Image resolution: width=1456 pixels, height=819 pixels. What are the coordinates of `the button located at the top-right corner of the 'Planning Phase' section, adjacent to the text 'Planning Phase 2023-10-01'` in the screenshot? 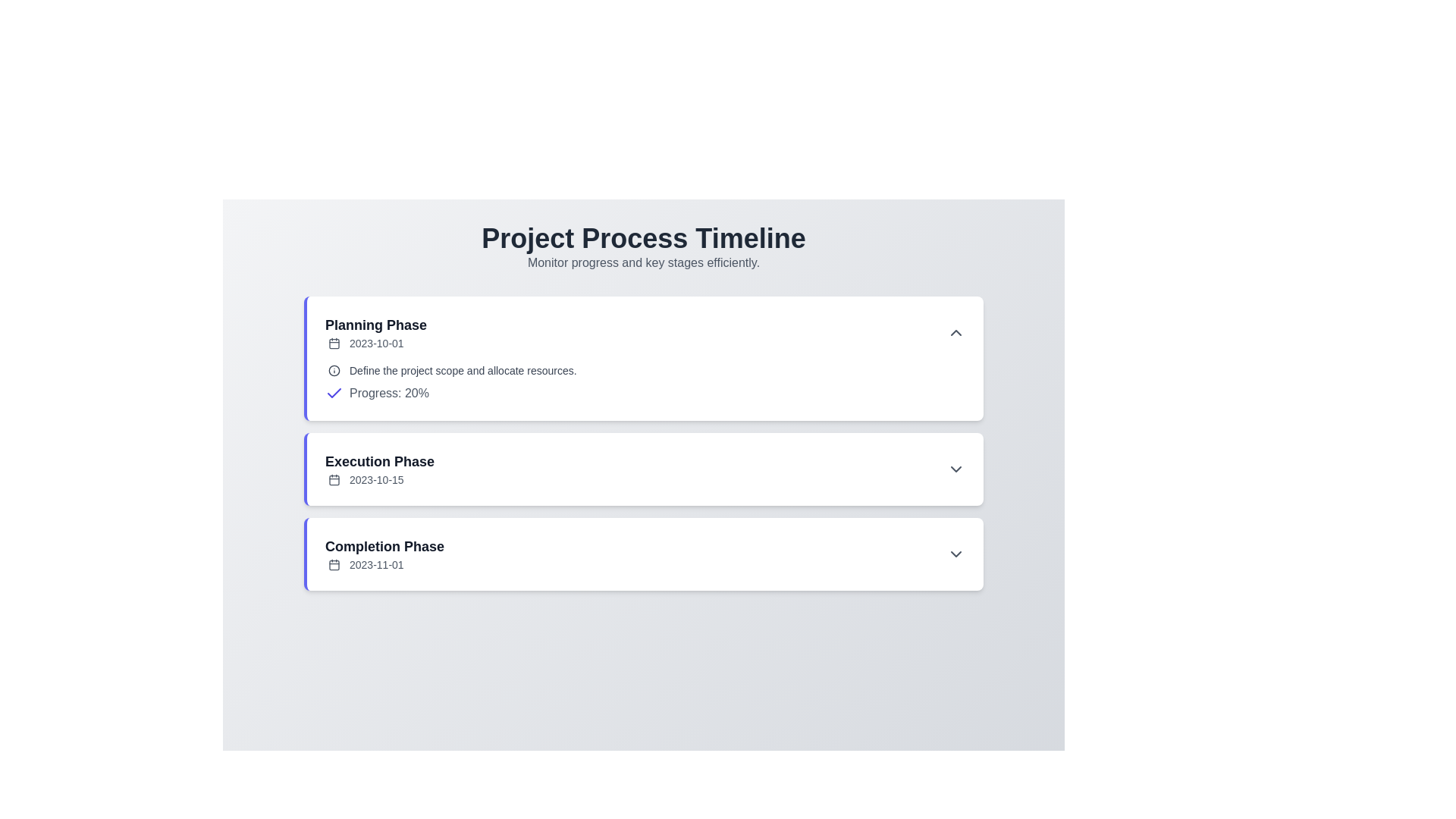 It's located at (955, 332).